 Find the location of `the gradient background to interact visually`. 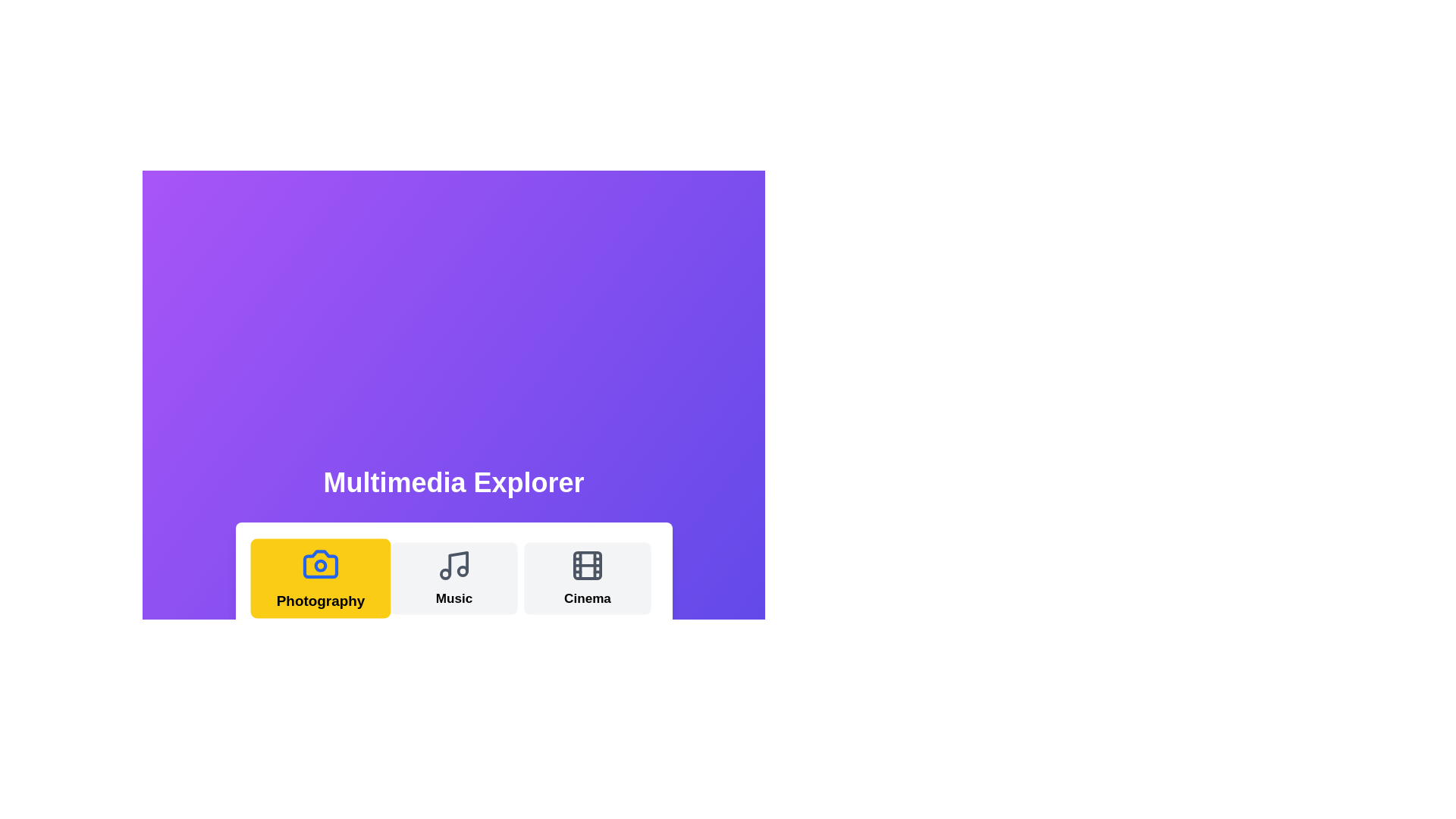

the gradient background to interact visually is located at coordinates (582, 378).